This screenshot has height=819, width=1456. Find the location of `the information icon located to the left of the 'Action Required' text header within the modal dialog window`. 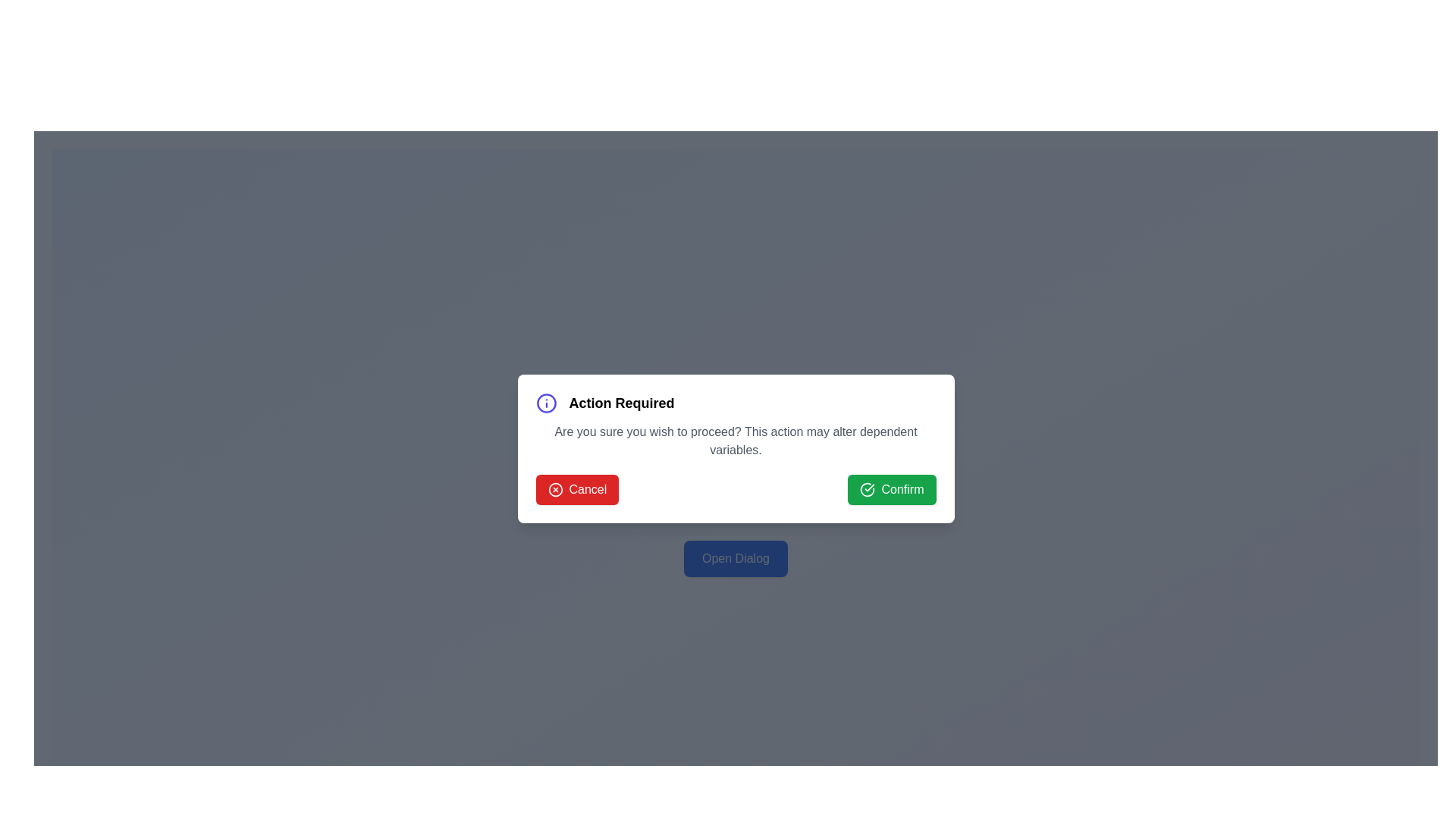

the information icon located to the left of the 'Action Required' text header within the modal dialog window is located at coordinates (546, 402).